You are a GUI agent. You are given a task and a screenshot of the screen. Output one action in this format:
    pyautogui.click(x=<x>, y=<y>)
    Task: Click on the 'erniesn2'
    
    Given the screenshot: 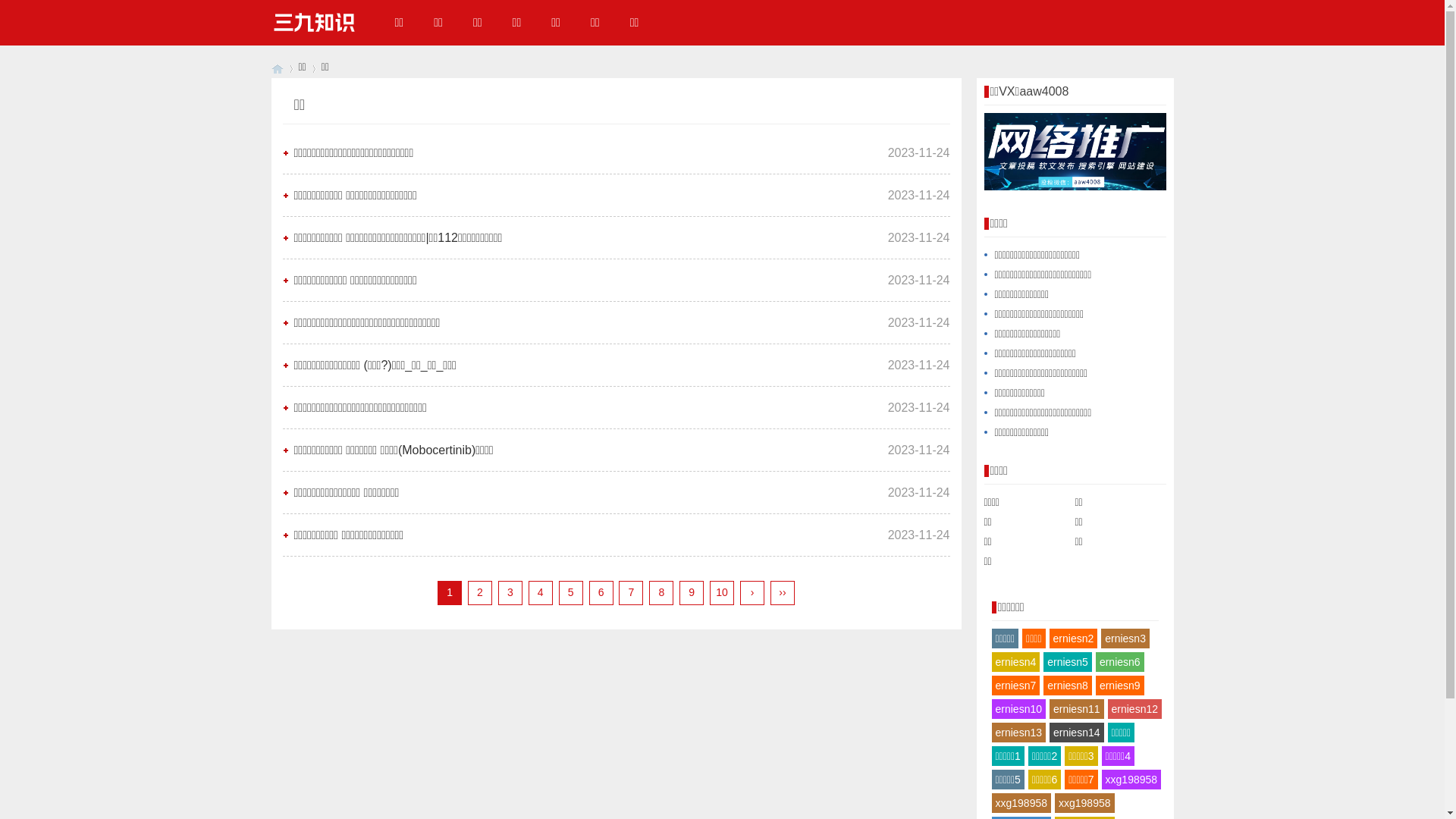 What is the action you would take?
    pyautogui.click(x=1073, y=638)
    